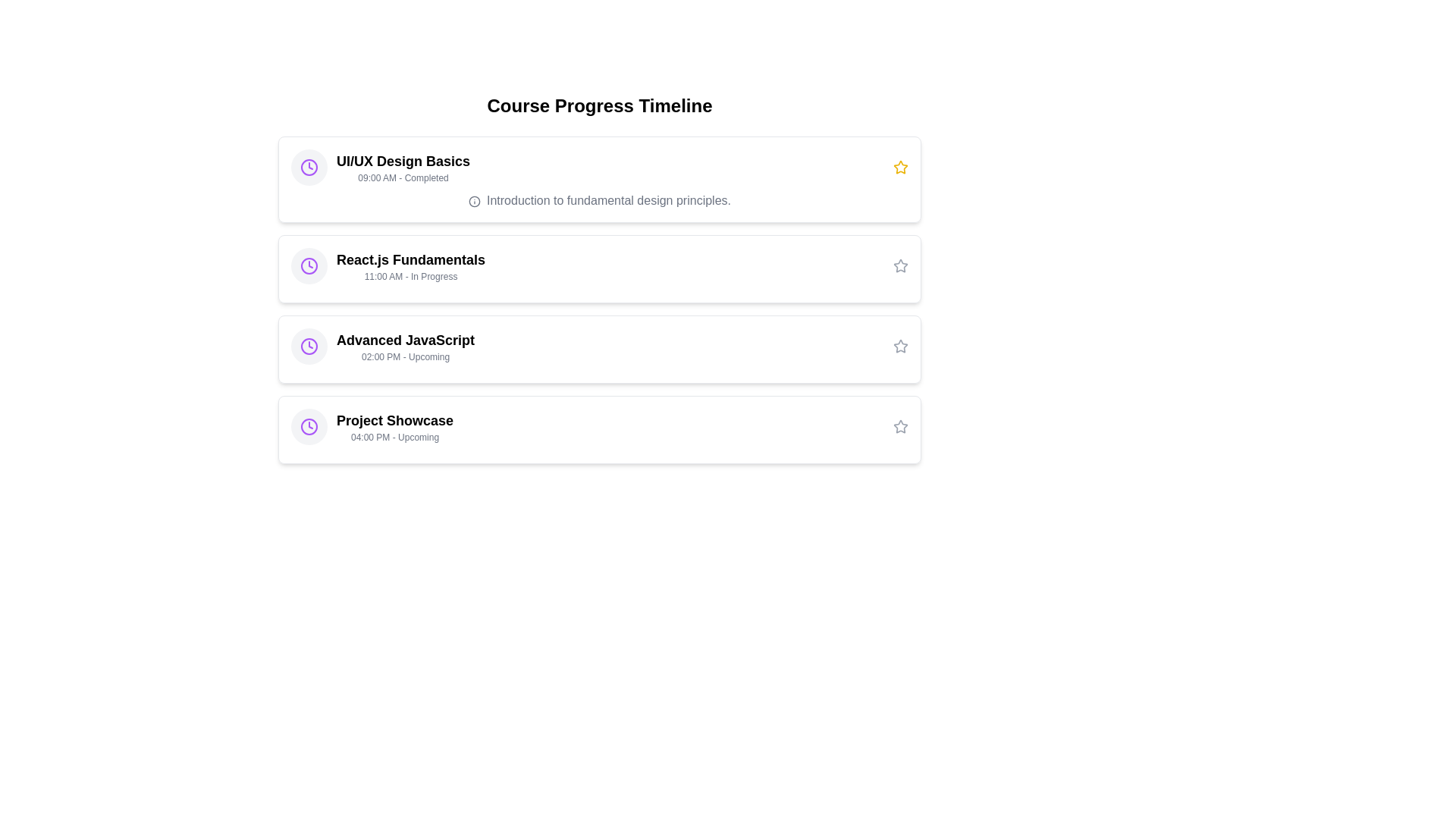 This screenshot has height=819, width=1456. Describe the element at coordinates (309, 167) in the screenshot. I see `the clock icon that represents the concept of time or schedule, which is positioned to the left of the 'React.js Fundamentals' list element` at that location.